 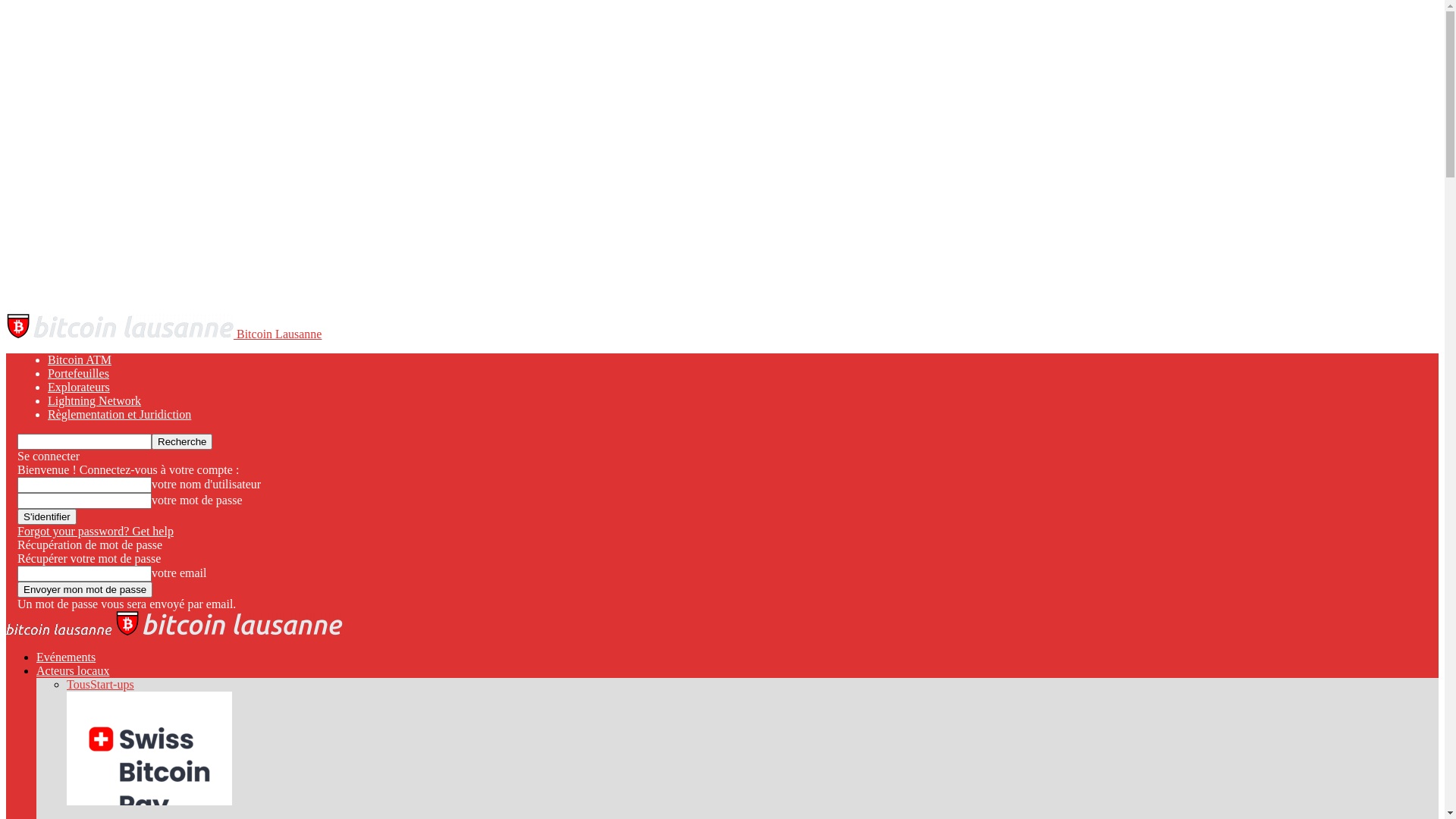 What do you see at coordinates (149, 748) in the screenshot?
I see `'Swiss Bitcoin Pay'` at bounding box center [149, 748].